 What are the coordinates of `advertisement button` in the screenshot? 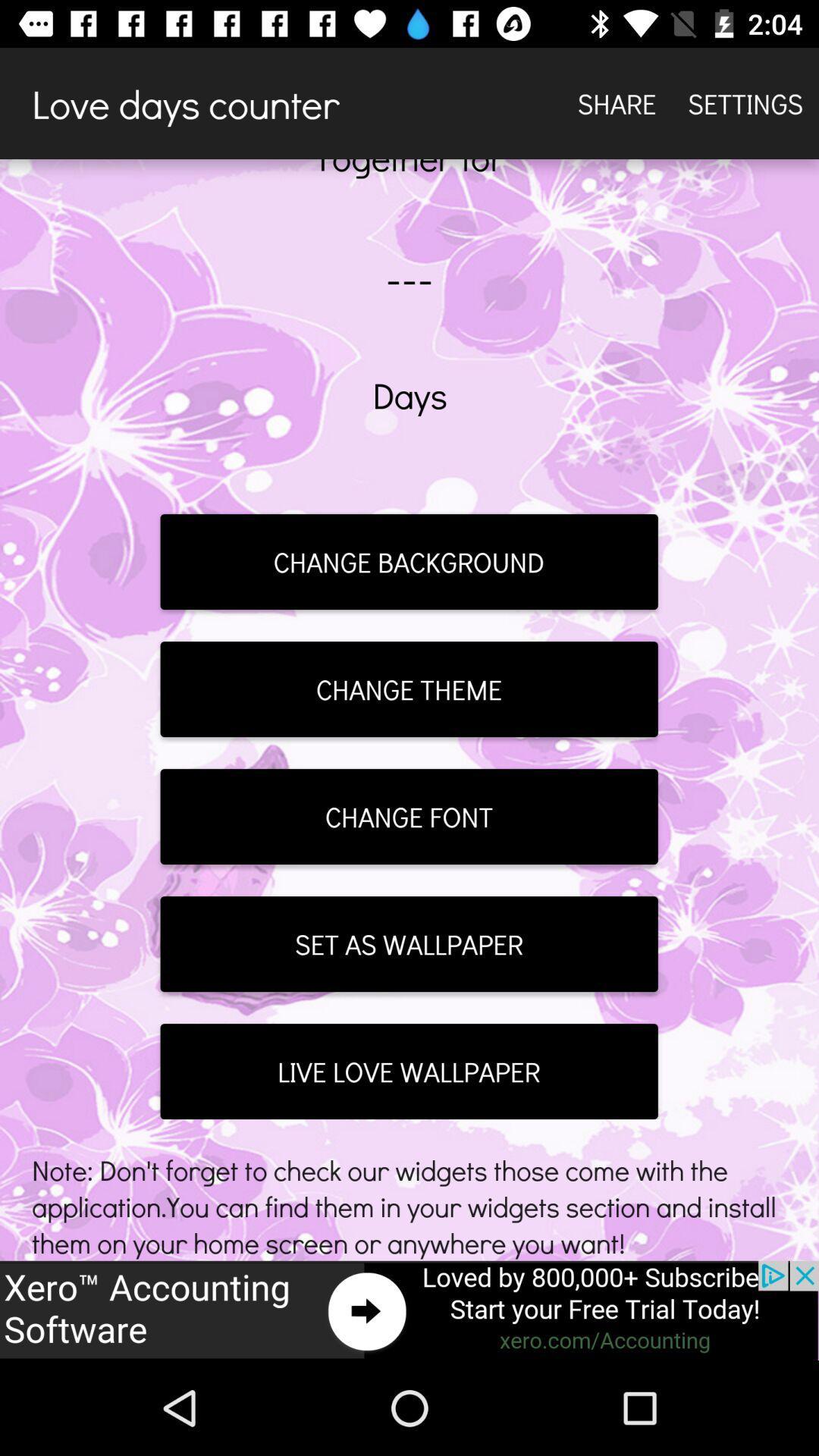 It's located at (409, 1310).